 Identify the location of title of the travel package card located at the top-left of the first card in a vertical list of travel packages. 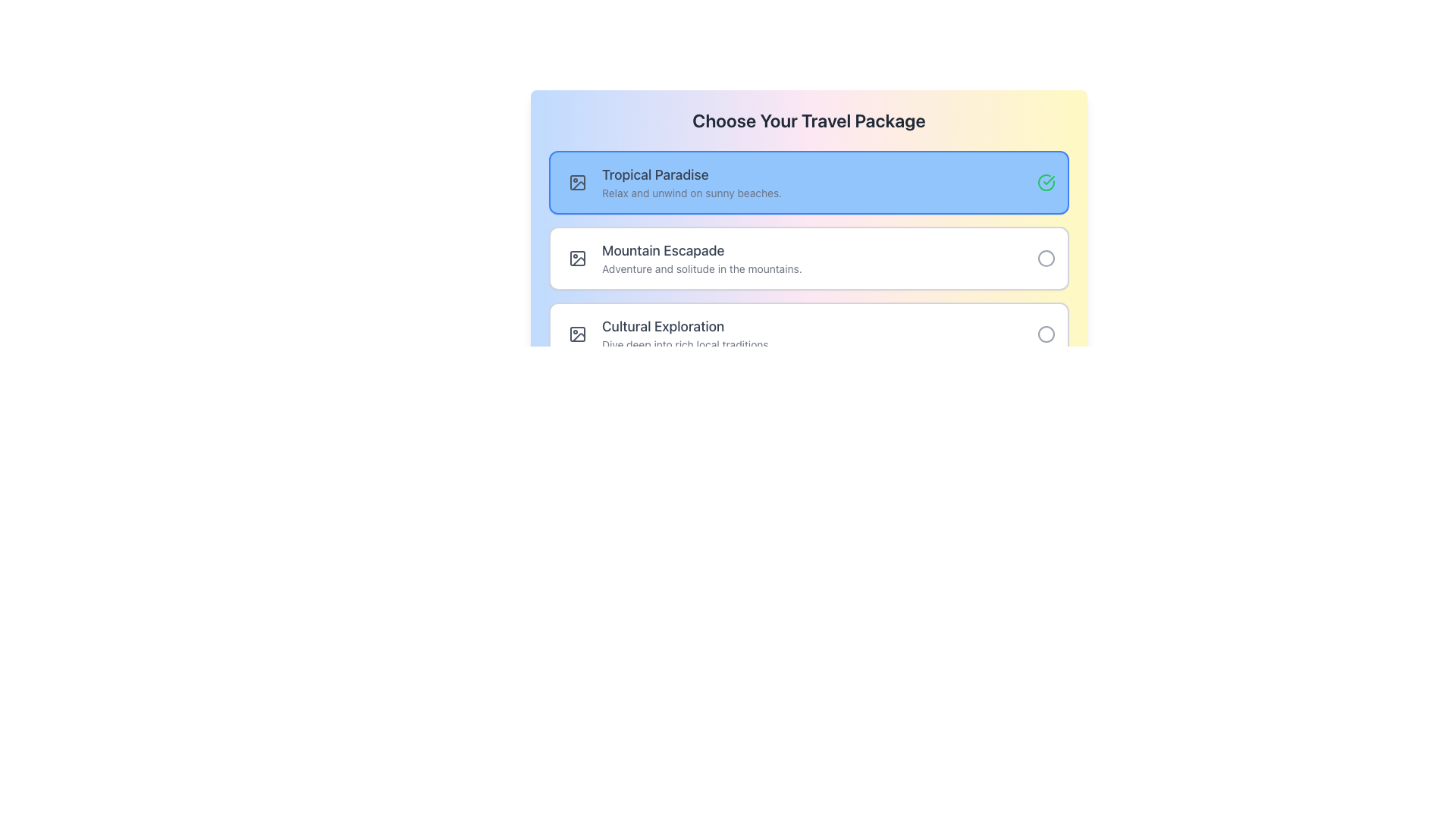
(814, 174).